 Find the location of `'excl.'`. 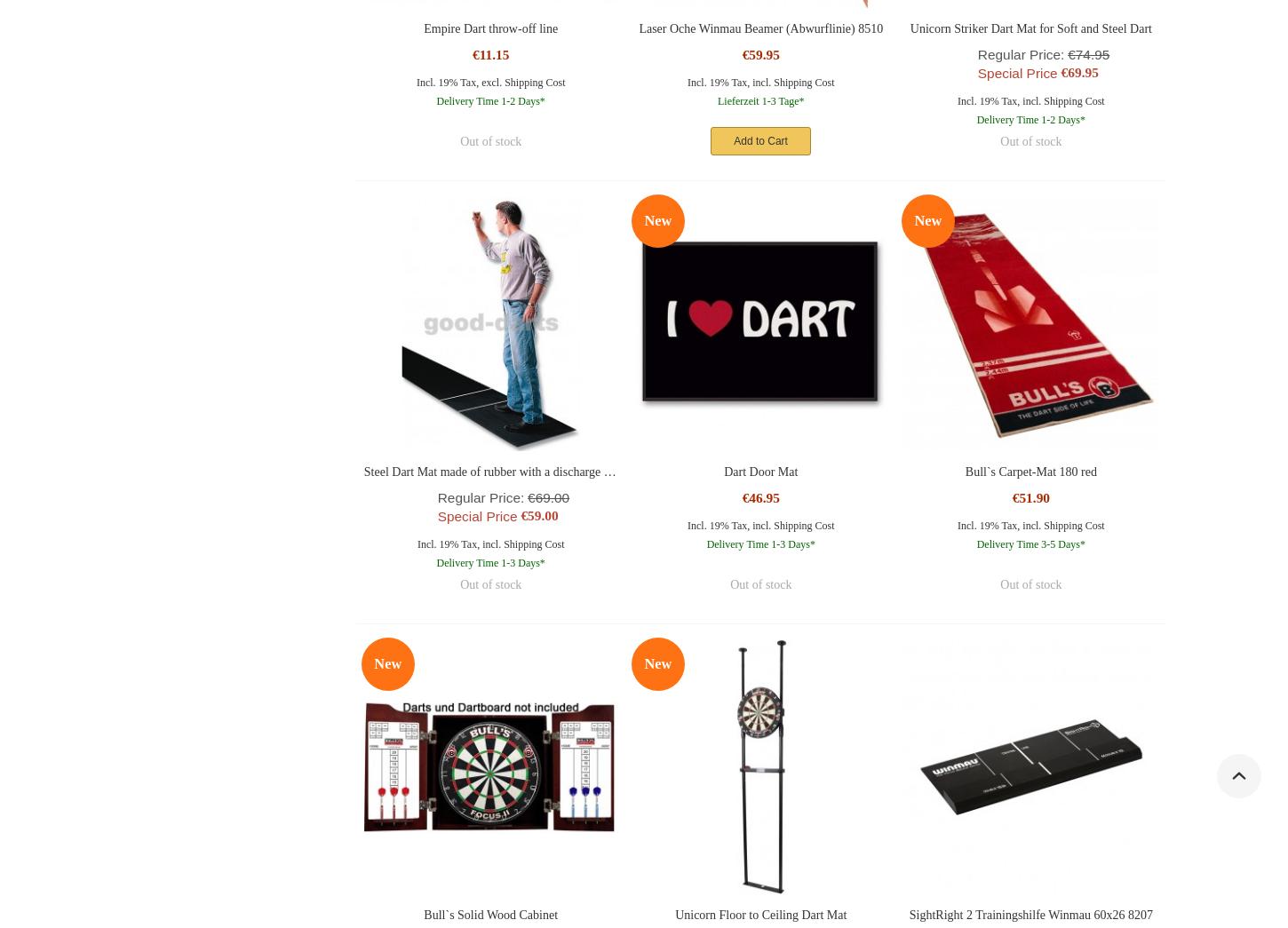

'excl.' is located at coordinates (493, 83).